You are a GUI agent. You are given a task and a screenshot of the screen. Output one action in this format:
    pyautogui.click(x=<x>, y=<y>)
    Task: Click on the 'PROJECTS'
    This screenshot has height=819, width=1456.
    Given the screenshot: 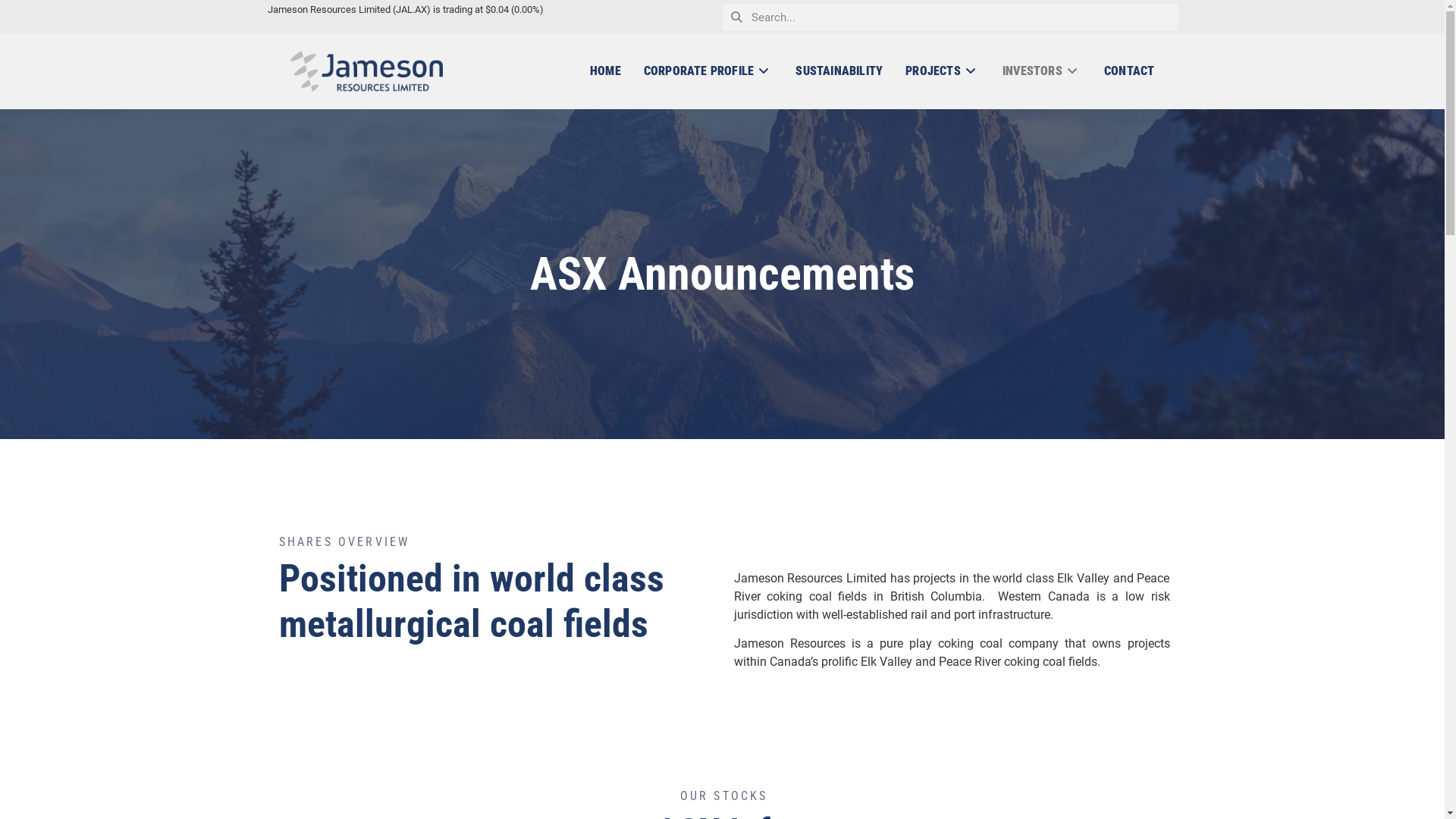 What is the action you would take?
    pyautogui.click(x=942, y=71)
    